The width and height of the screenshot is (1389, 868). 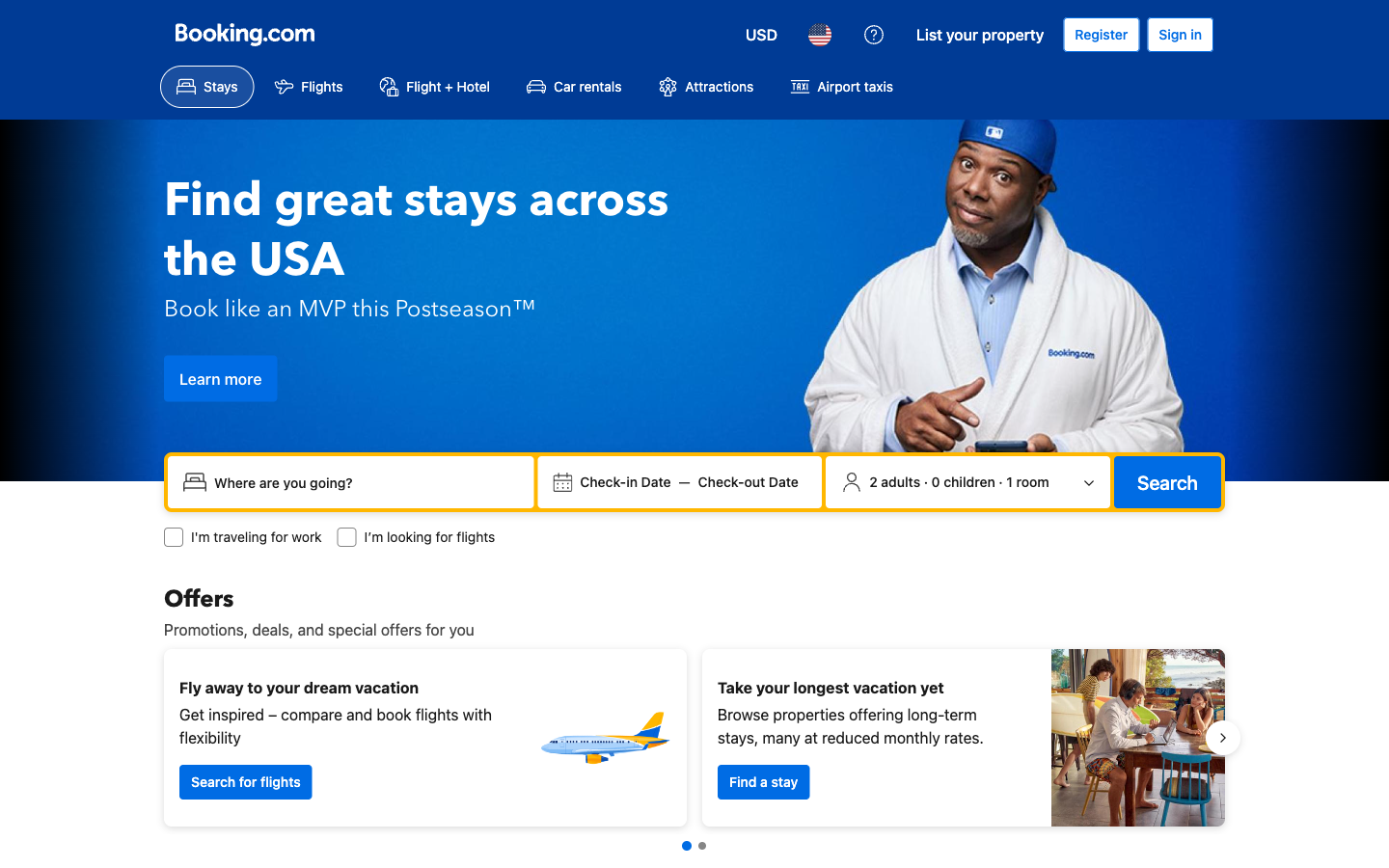 What do you see at coordinates (624, 481) in the screenshot?
I see `Determine the available check in dates by utilizing the check in Data button` at bounding box center [624, 481].